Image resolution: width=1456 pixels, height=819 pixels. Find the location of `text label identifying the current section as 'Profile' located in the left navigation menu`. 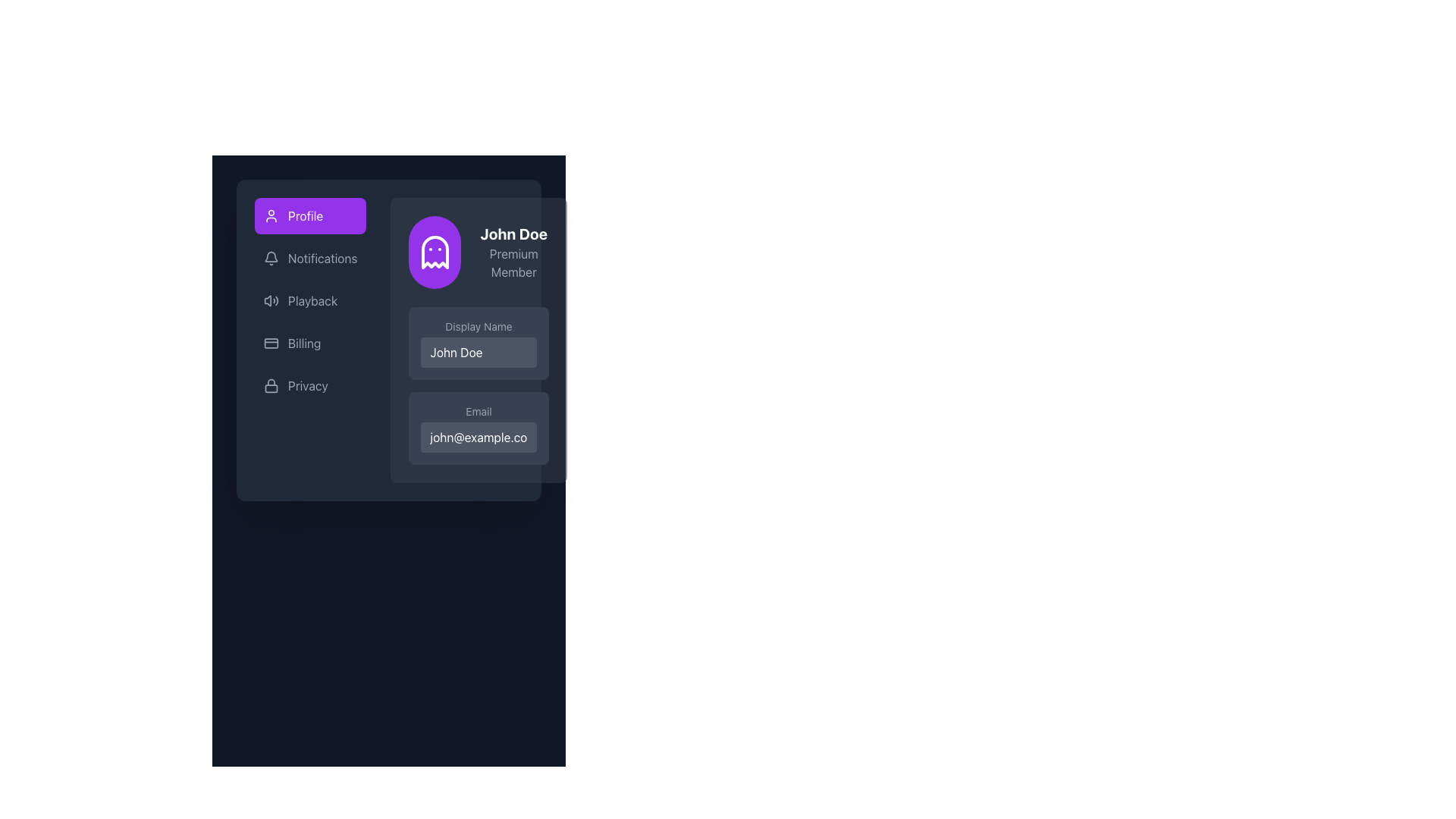

text label identifying the current section as 'Profile' located in the left navigation menu is located at coordinates (305, 216).